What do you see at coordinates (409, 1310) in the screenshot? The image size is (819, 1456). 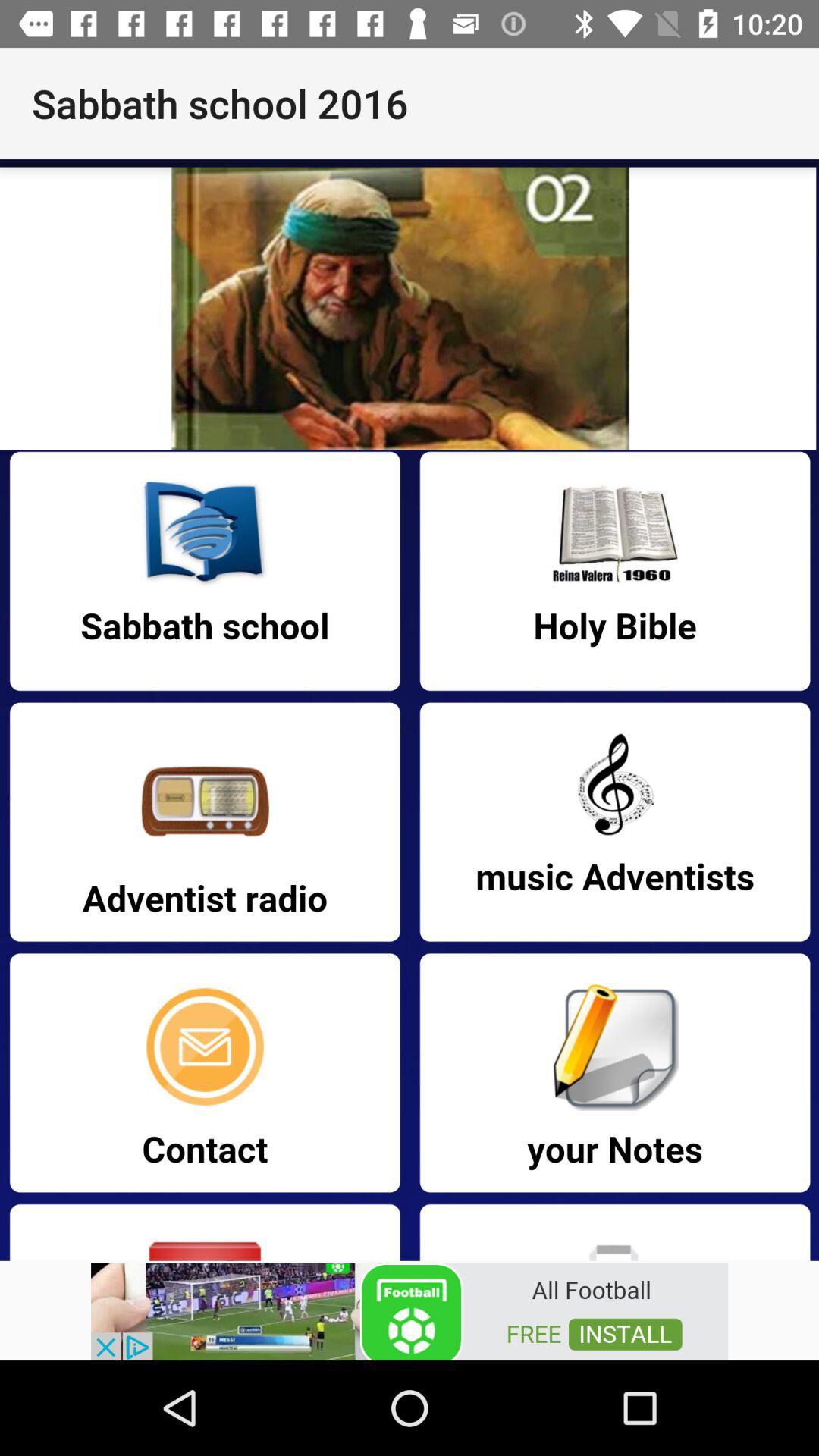 I see `option` at bounding box center [409, 1310].